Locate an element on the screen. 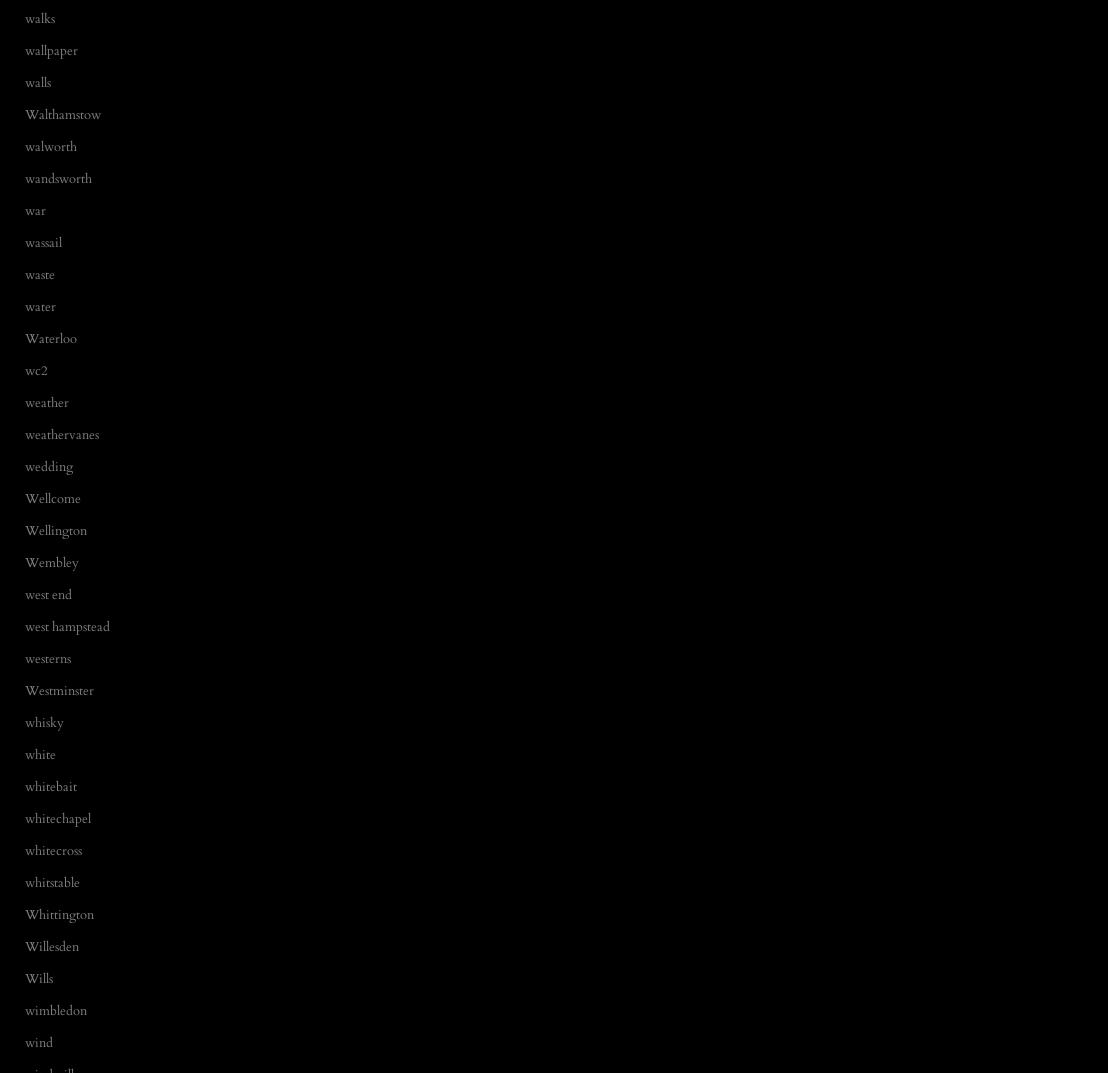 This screenshot has width=1108, height=1073. 'Willesden' is located at coordinates (50, 945).